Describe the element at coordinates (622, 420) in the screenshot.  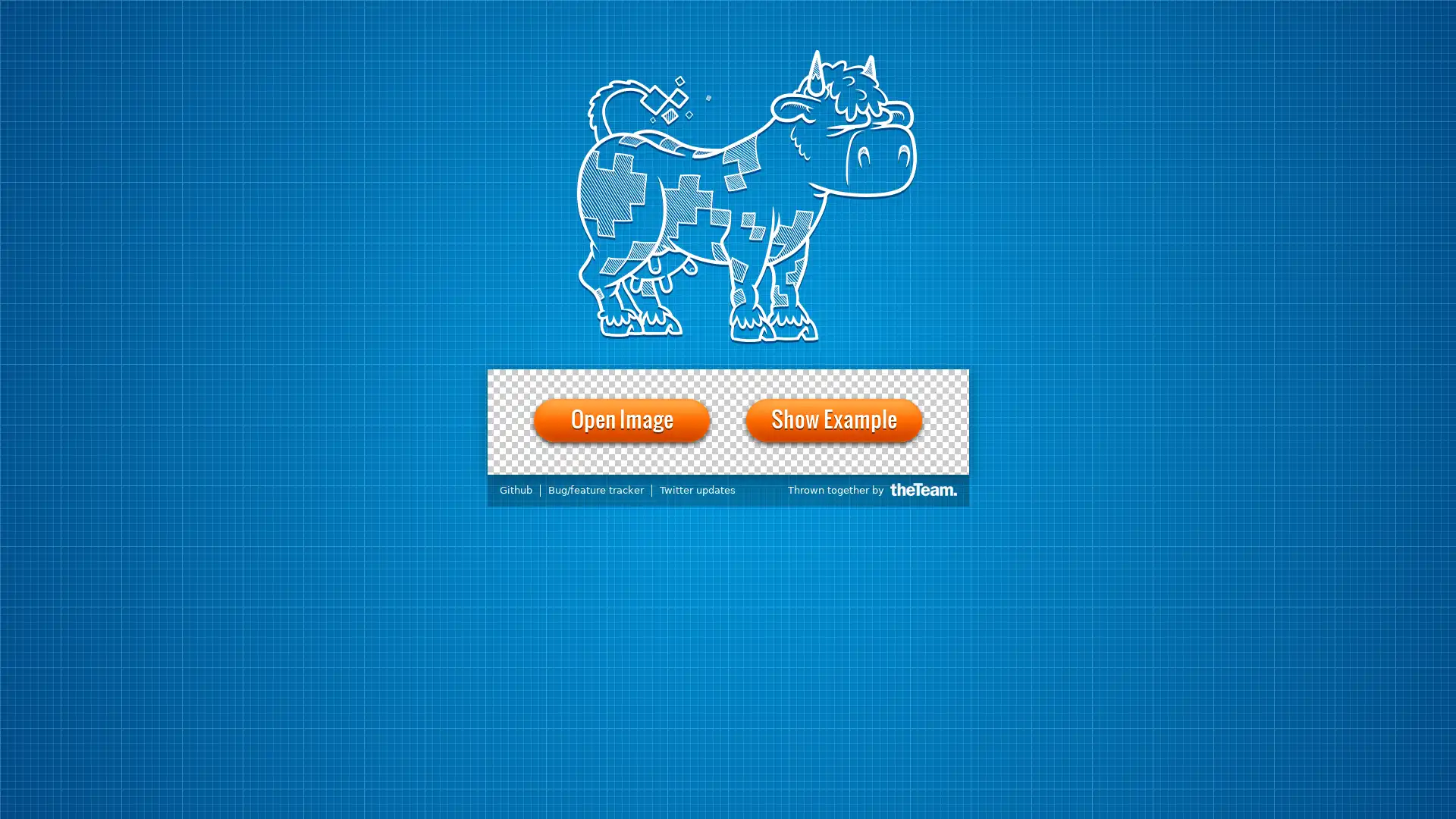
I see `Open Image` at that location.